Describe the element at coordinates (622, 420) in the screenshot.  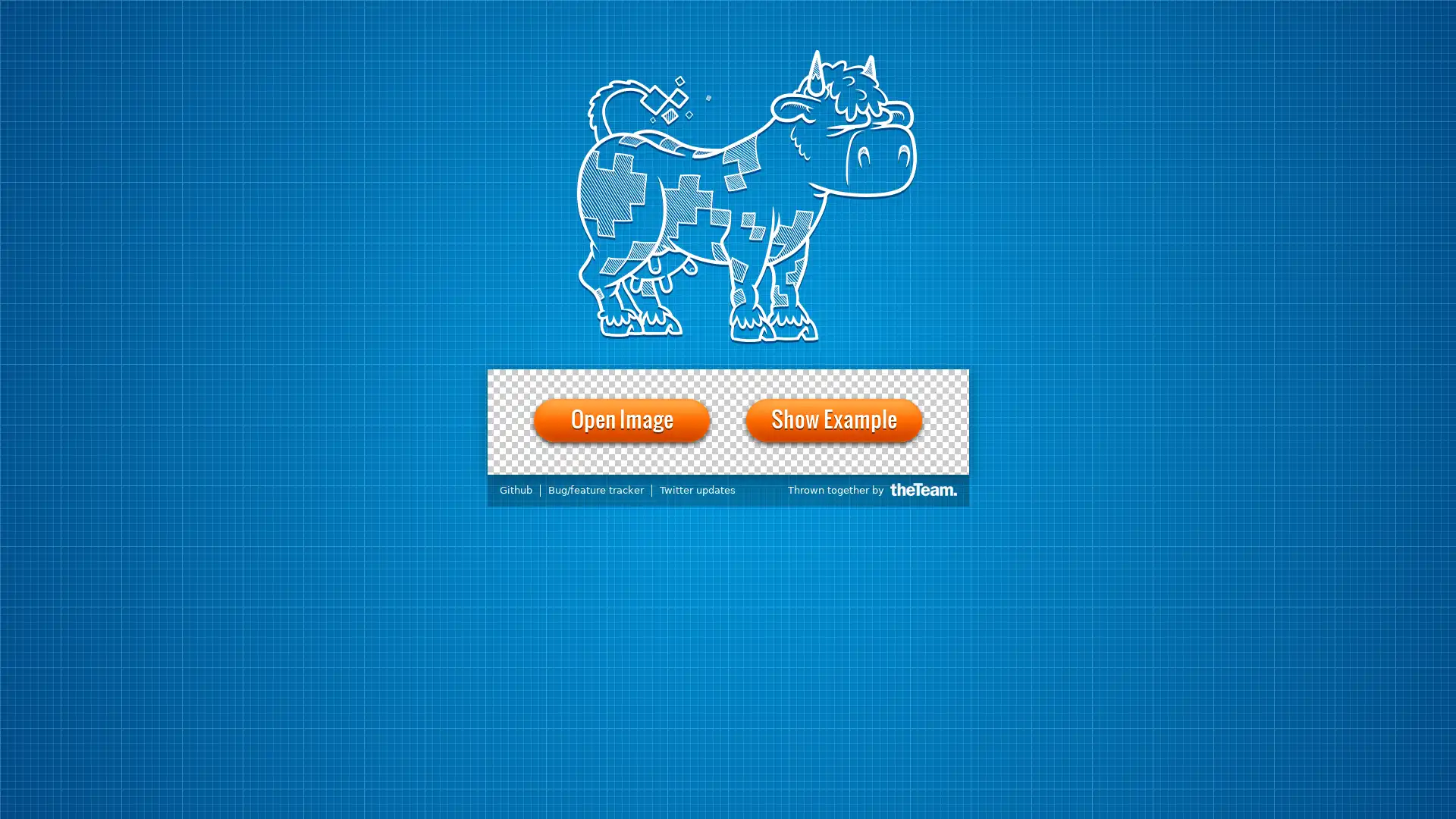
I see `Open Image` at that location.